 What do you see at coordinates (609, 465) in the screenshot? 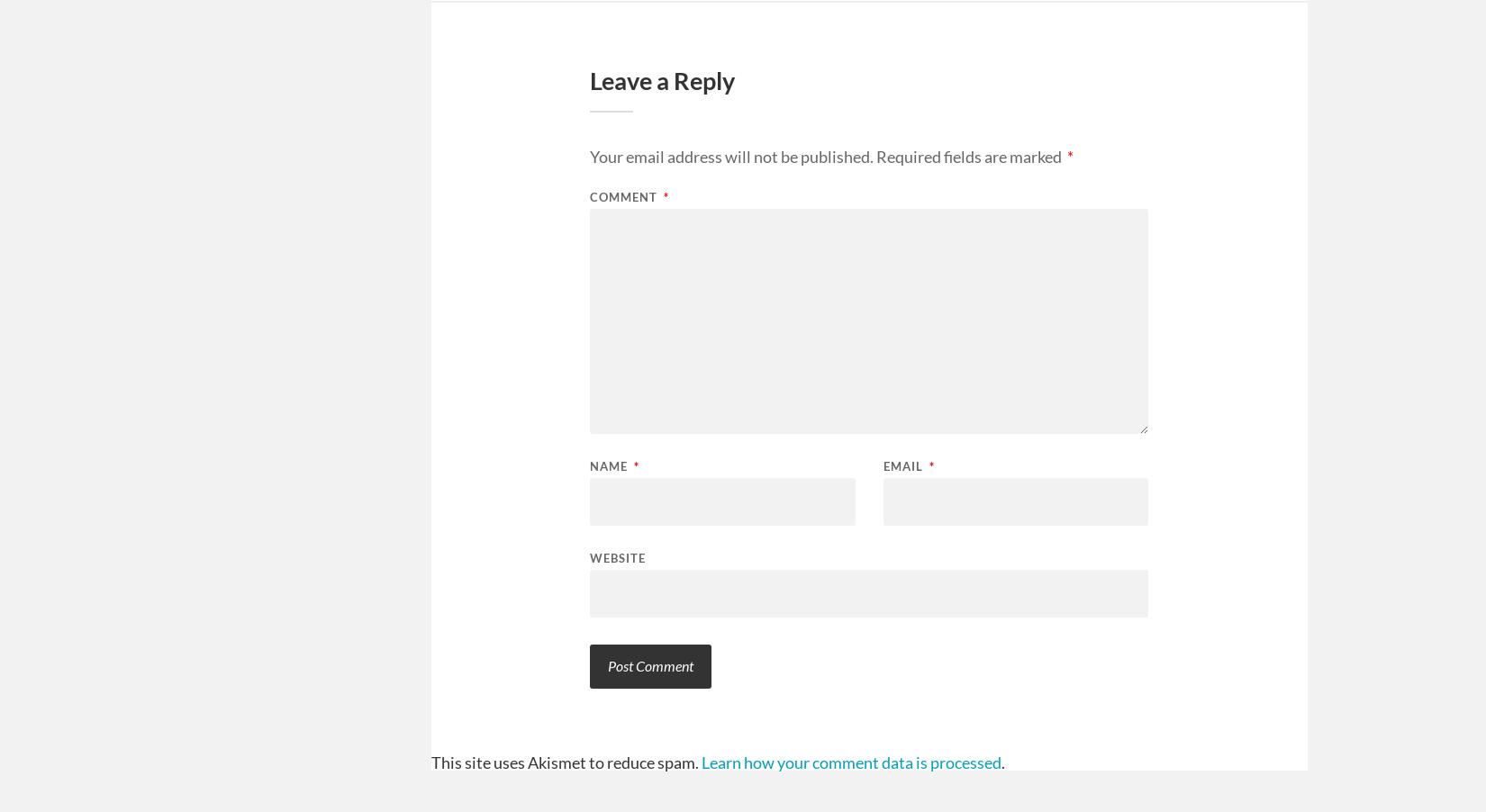
I see `'Name'` at bounding box center [609, 465].